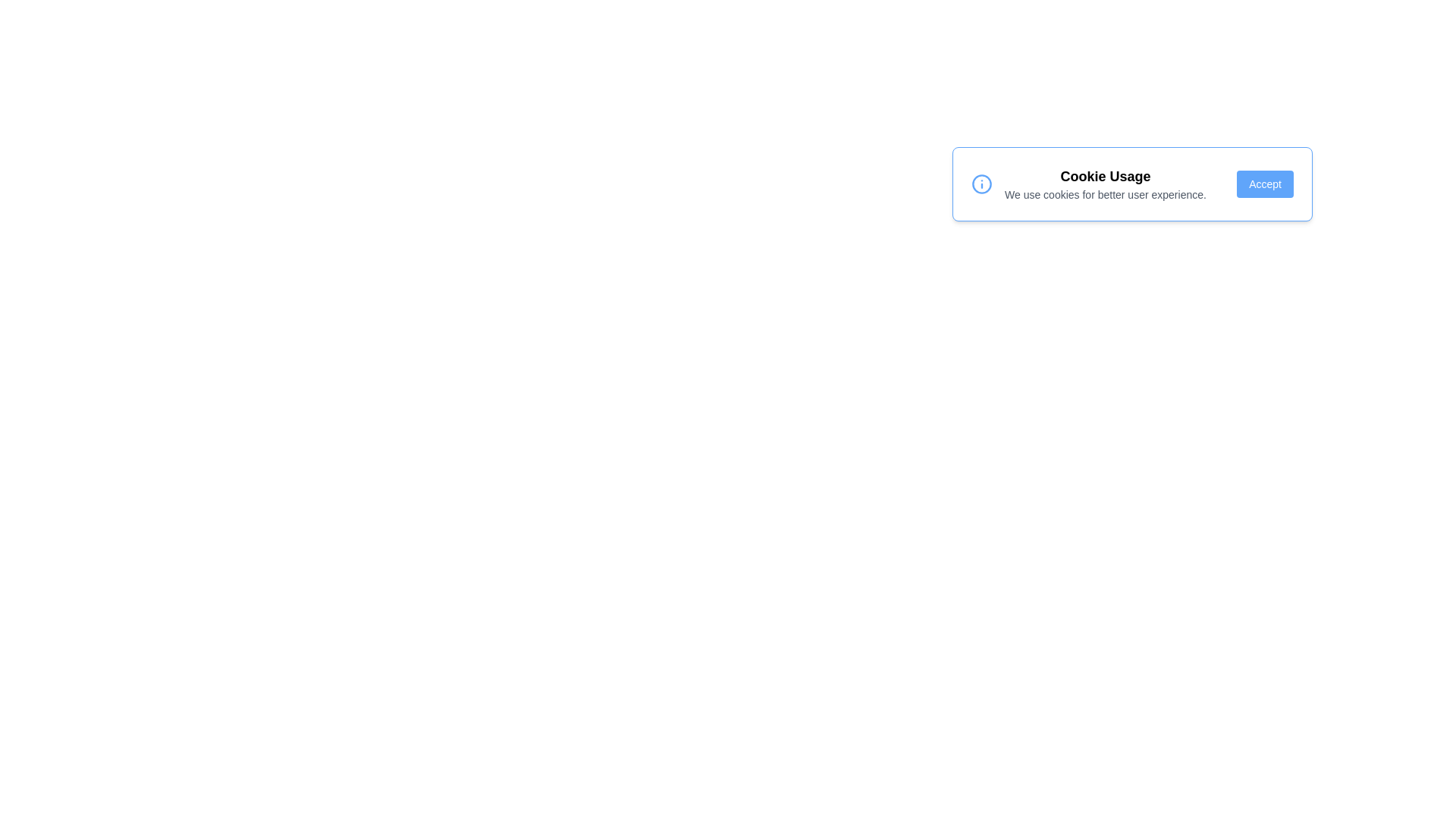 This screenshot has height=819, width=1456. What do you see at coordinates (1105, 194) in the screenshot?
I see `the text element that reads 'We use cookies for better user experience.' located directly under the 'Cookie Usage' heading in the notification box` at bounding box center [1105, 194].